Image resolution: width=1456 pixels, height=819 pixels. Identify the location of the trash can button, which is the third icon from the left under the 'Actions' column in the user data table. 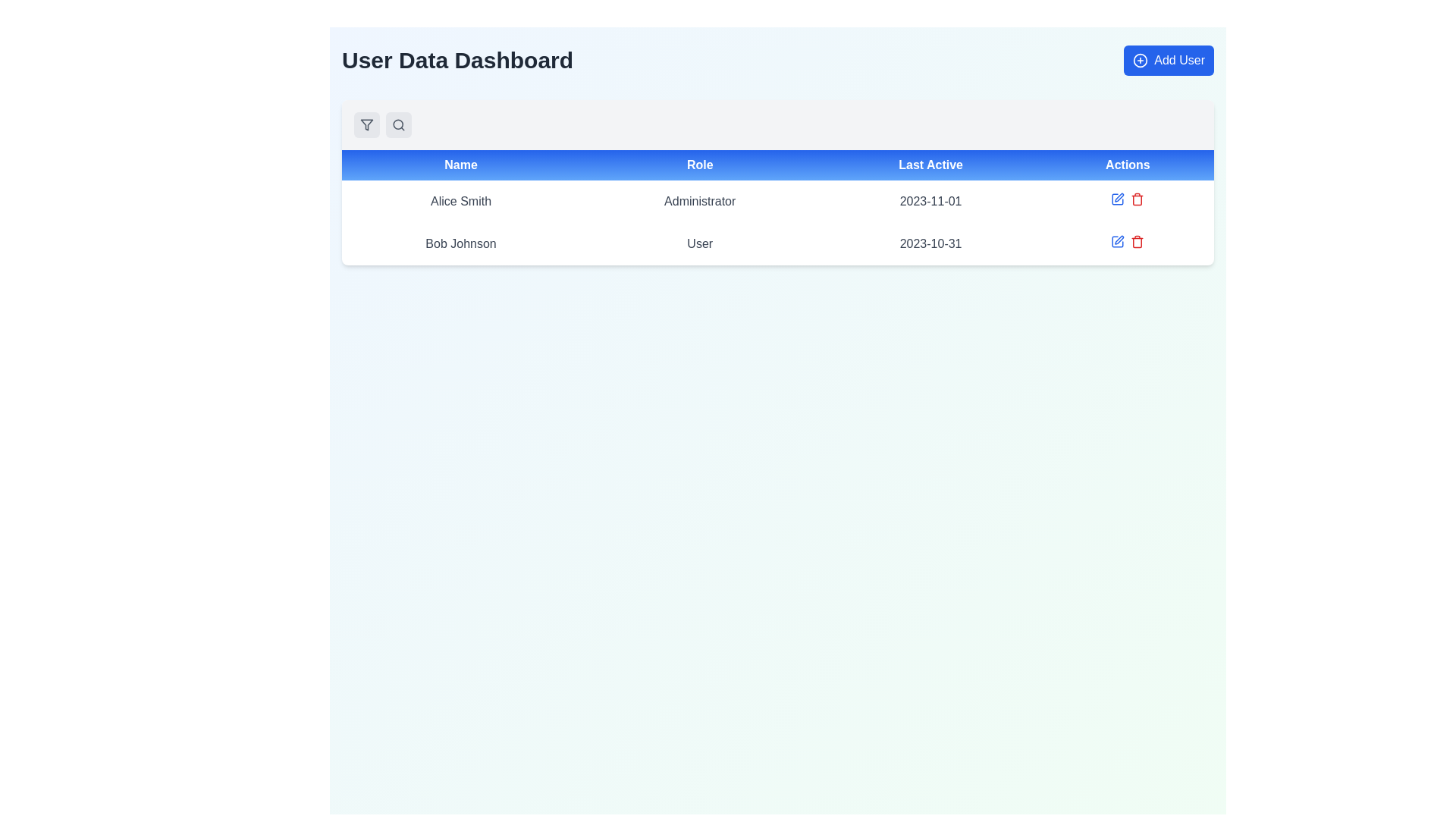
(1137, 198).